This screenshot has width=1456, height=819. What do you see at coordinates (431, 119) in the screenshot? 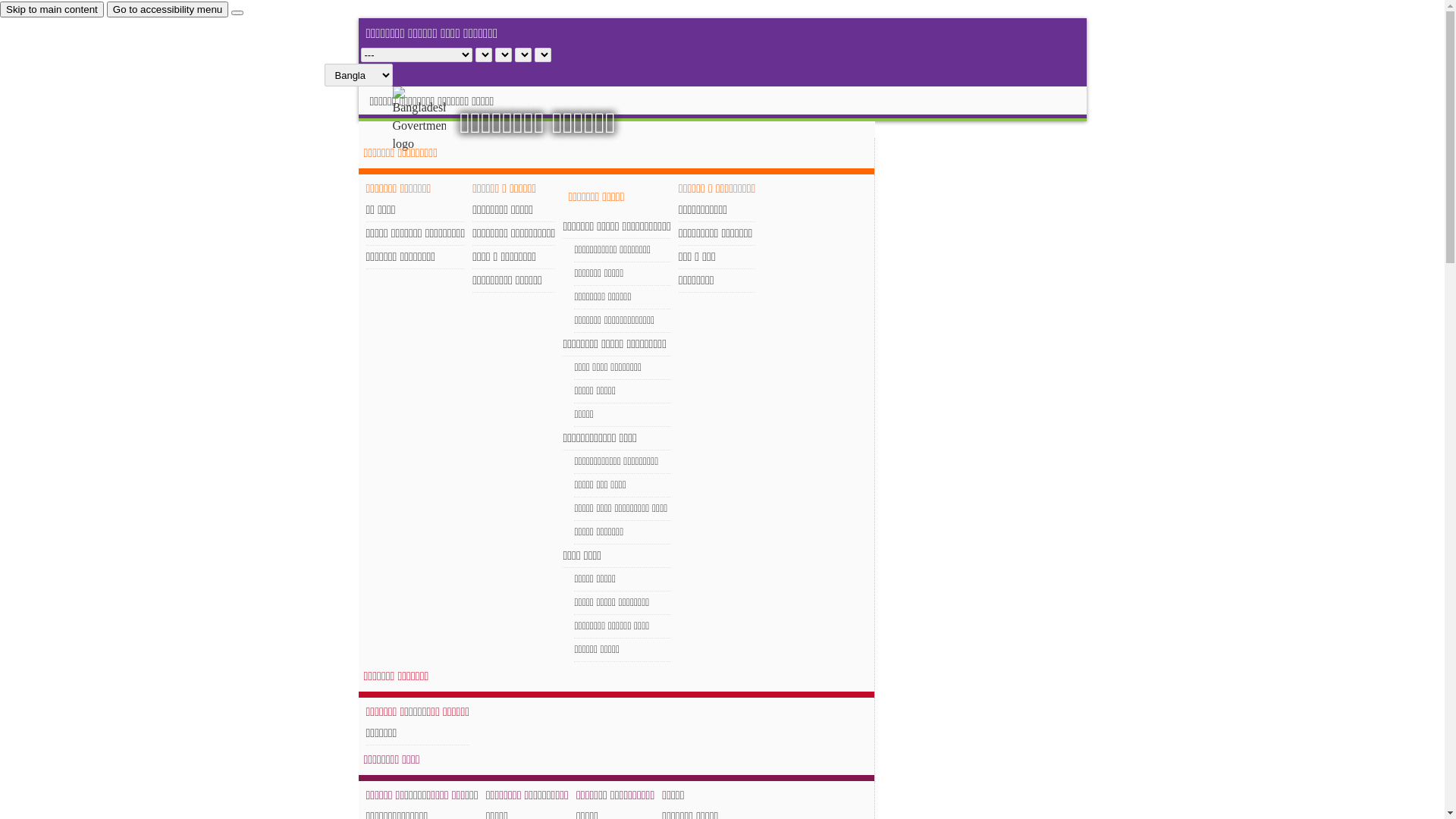
I see `'` at bounding box center [431, 119].